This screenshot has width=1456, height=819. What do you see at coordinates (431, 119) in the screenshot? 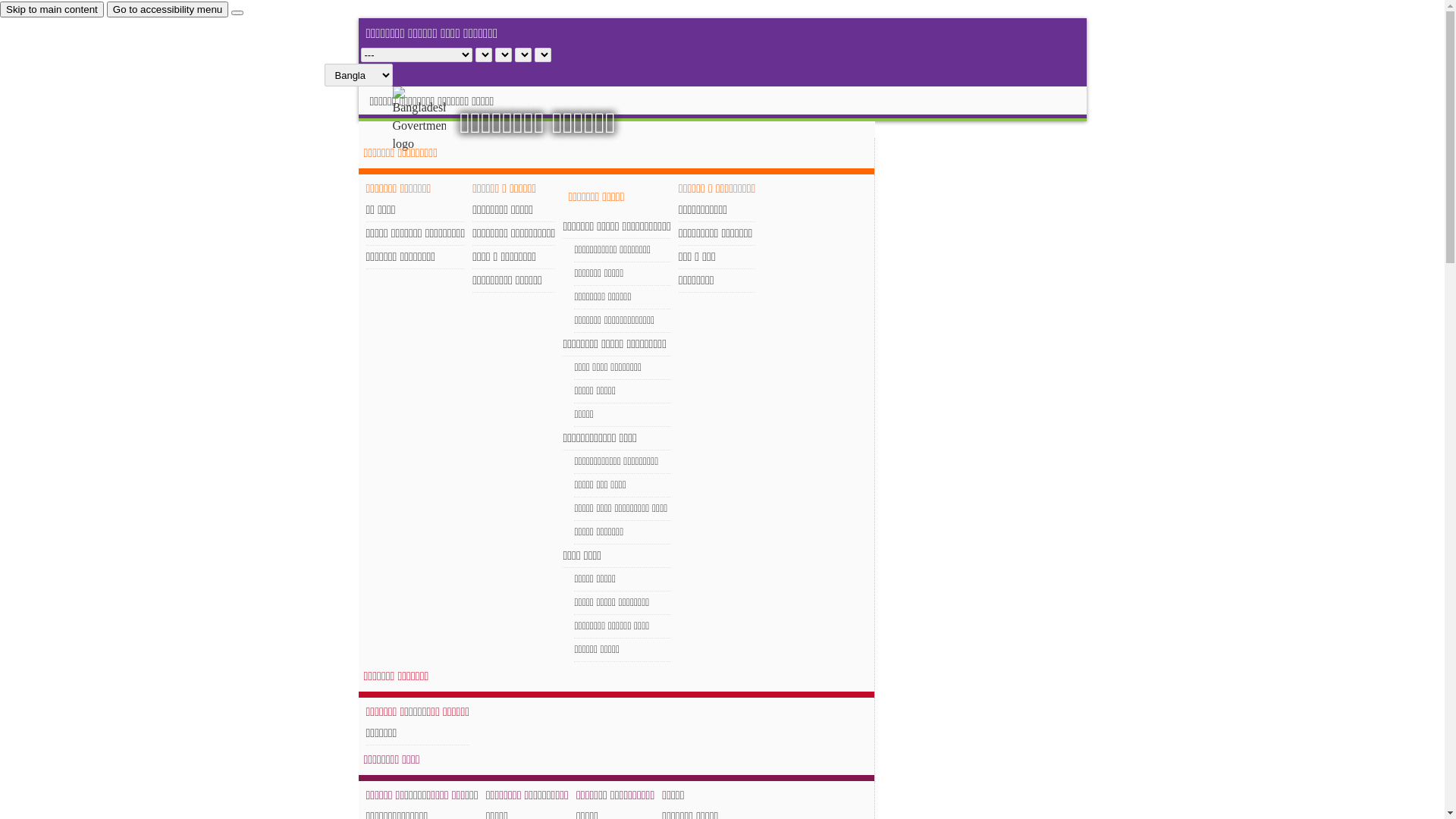
I see `'` at bounding box center [431, 119].